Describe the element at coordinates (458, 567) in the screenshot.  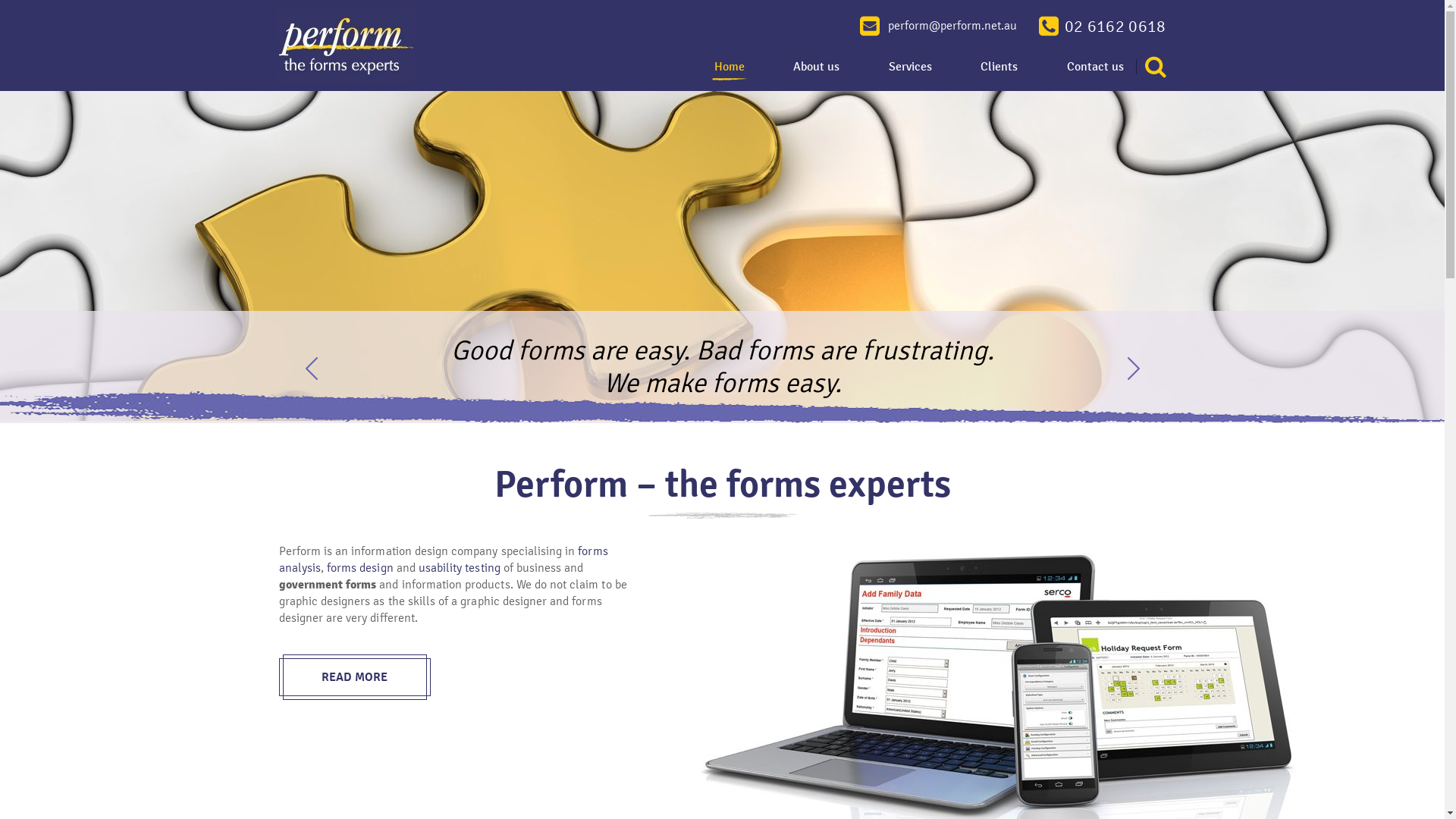
I see `'usability testing'` at that location.